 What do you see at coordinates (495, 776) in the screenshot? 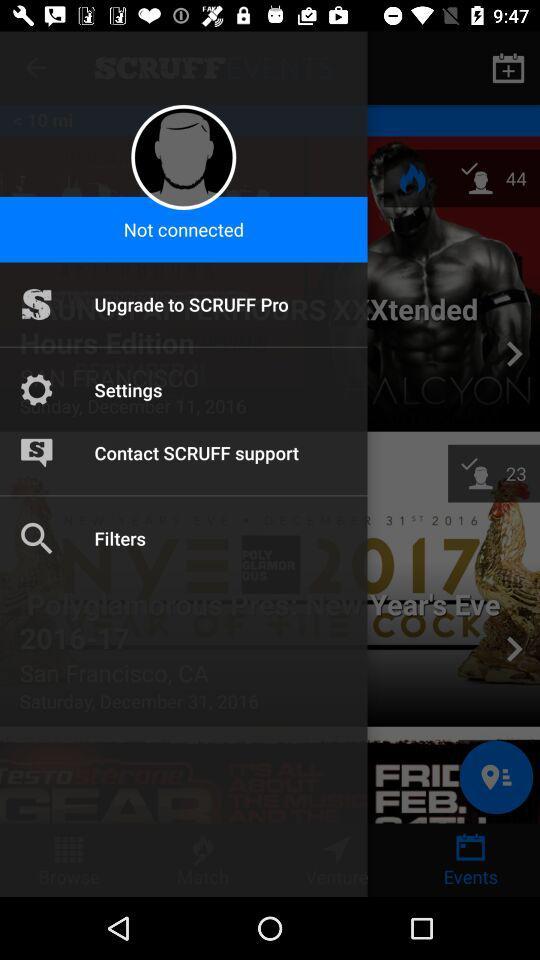
I see `the location icon` at bounding box center [495, 776].